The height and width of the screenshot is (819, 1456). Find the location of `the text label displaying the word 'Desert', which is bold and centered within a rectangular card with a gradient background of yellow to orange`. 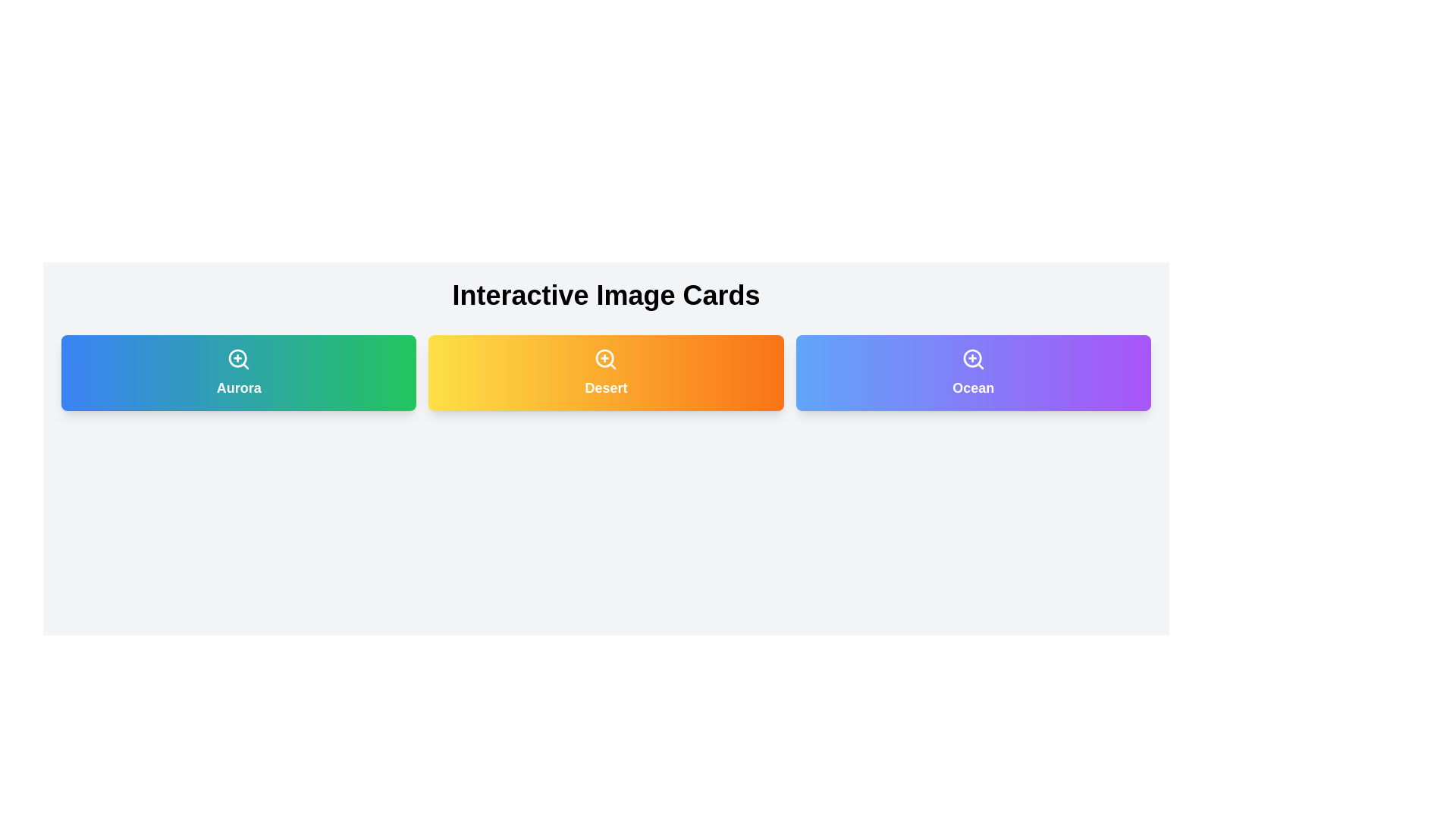

the text label displaying the word 'Desert', which is bold and centered within a rectangular card with a gradient background of yellow to orange is located at coordinates (605, 388).